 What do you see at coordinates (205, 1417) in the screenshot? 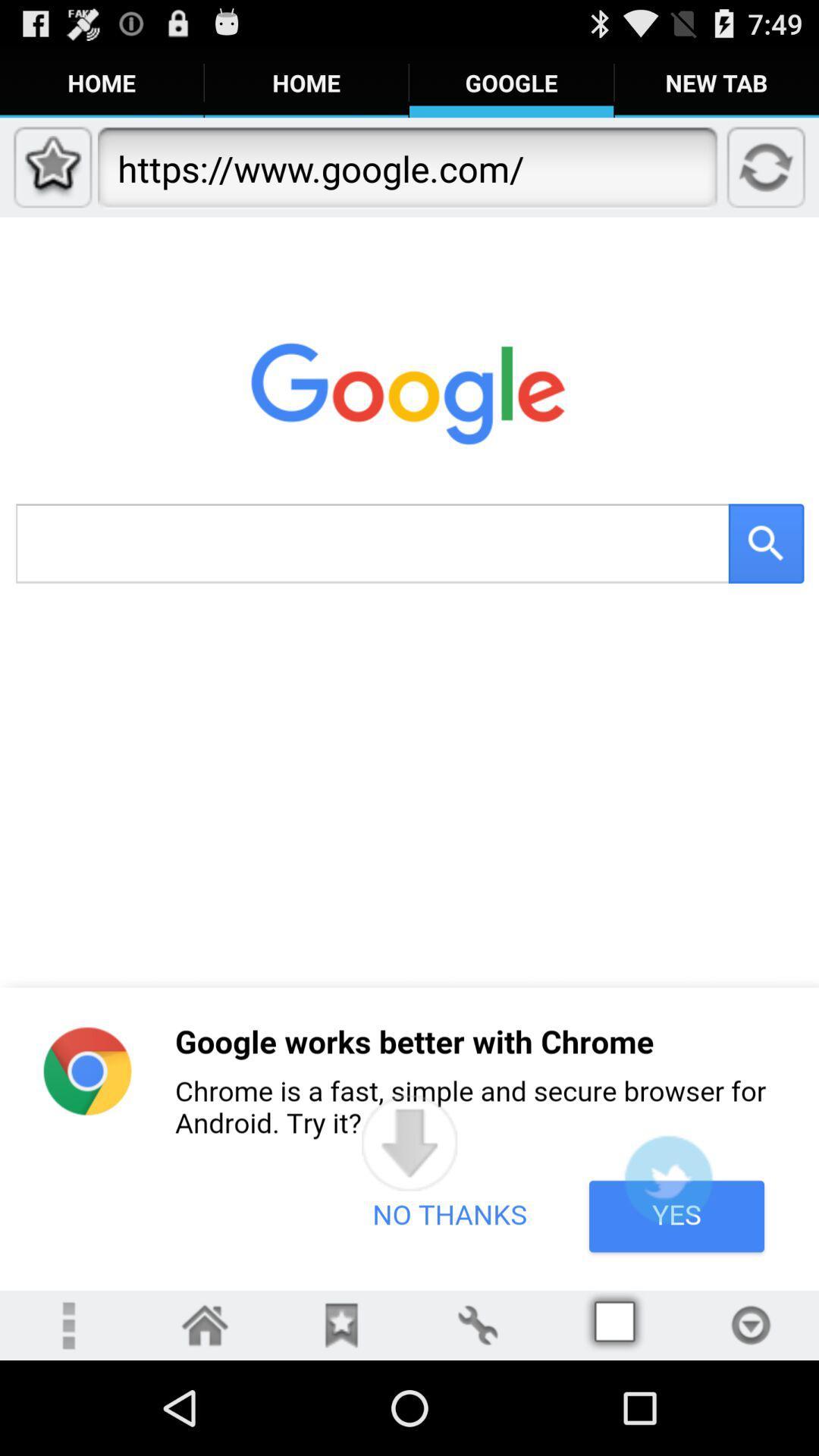
I see `the home icon` at bounding box center [205, 1417].